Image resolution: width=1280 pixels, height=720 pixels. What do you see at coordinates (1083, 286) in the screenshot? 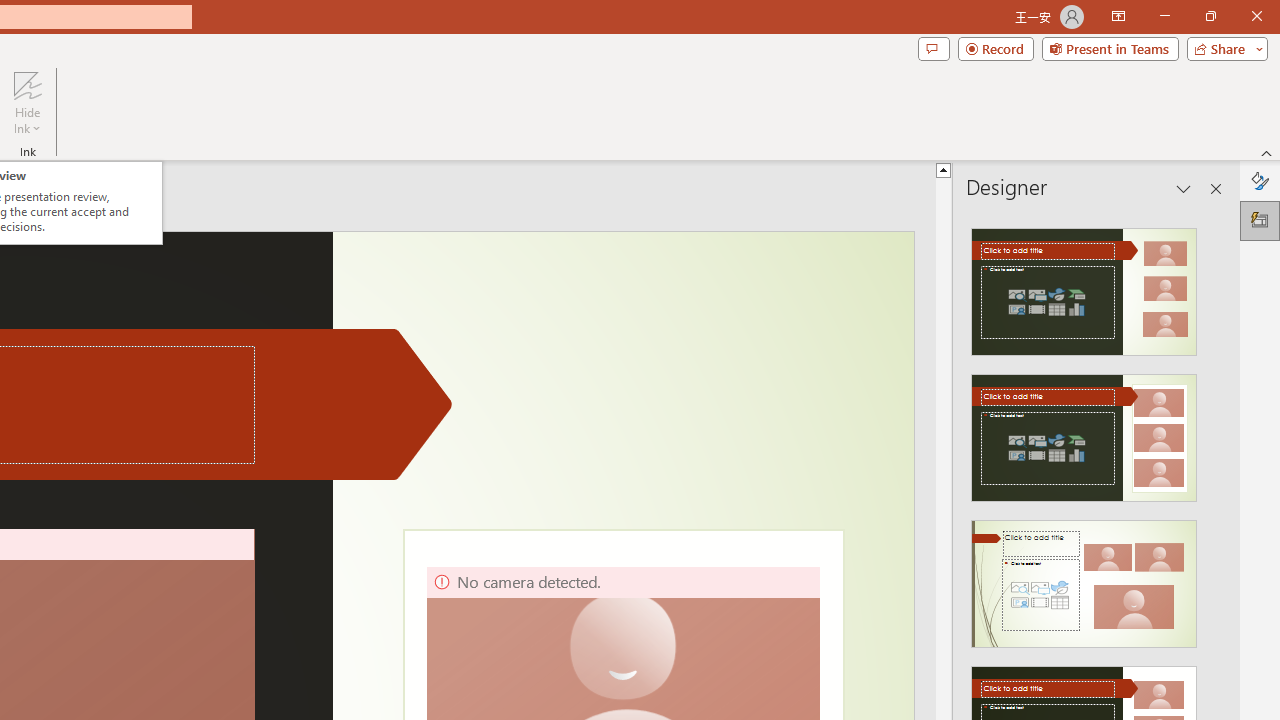
I see `'Recommended Design: Design Idea'` at bounding box center [1083, 286].